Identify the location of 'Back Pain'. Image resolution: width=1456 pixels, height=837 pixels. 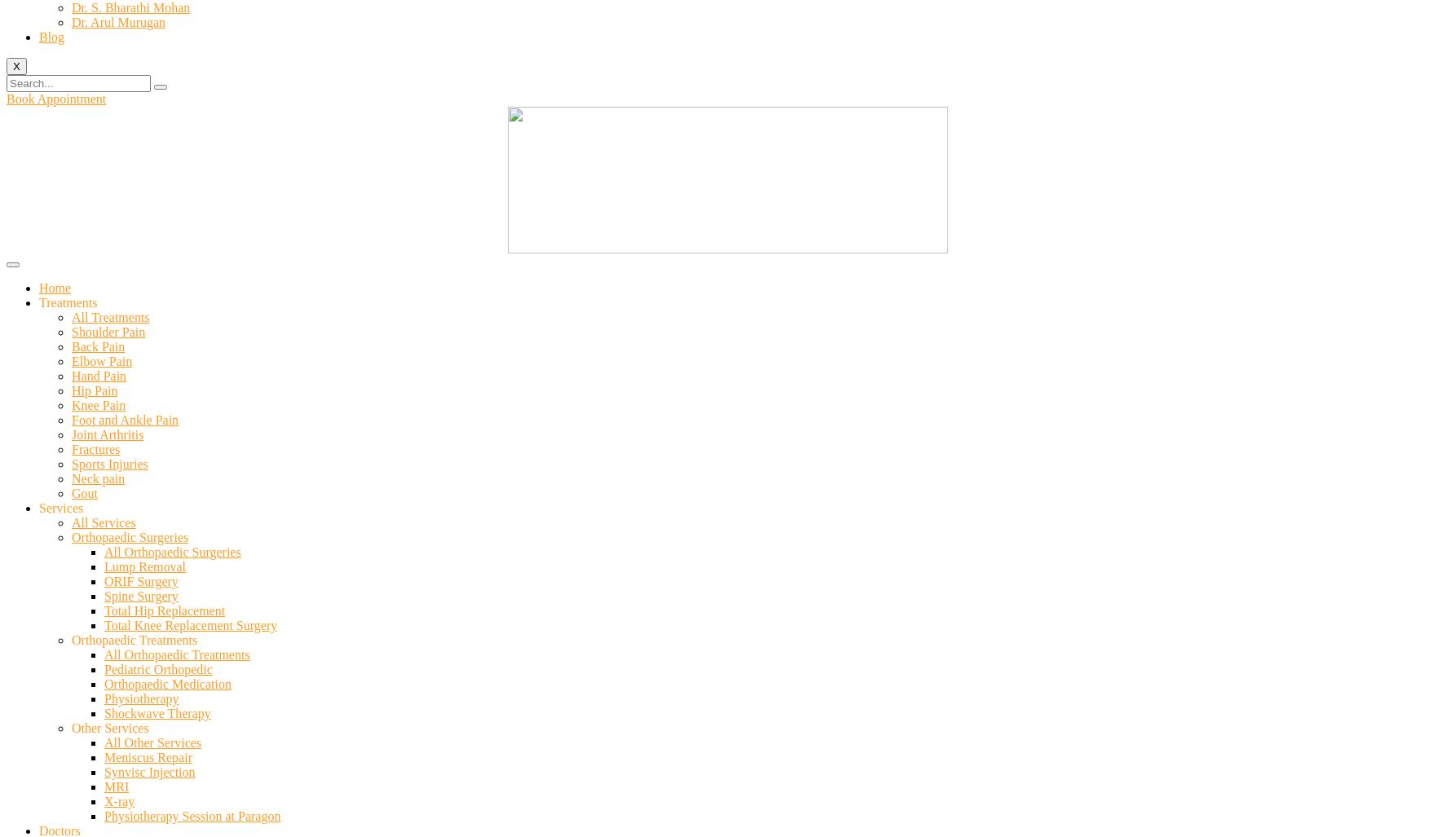
(72, 346).